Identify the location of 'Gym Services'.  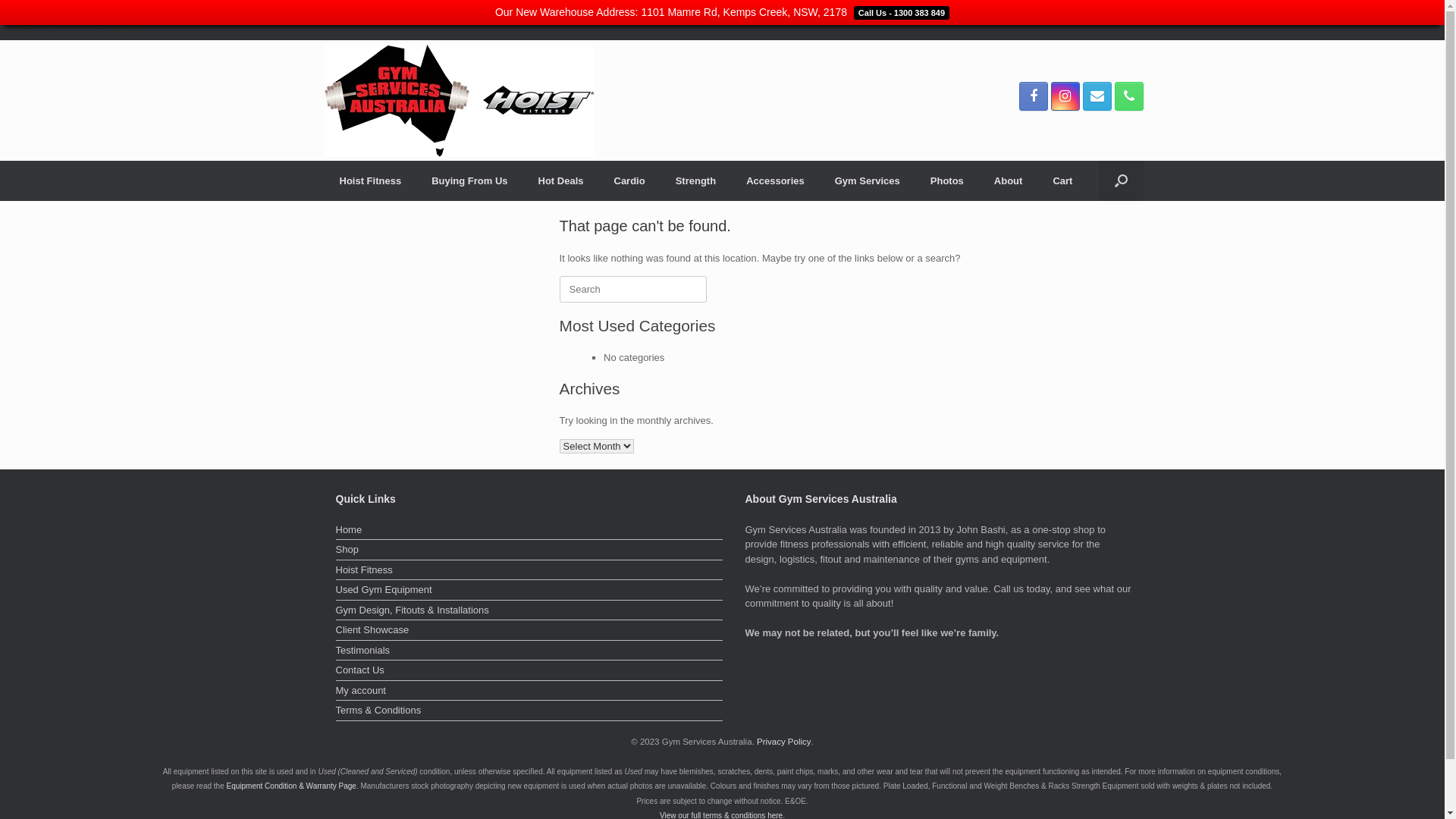
(867, 180).